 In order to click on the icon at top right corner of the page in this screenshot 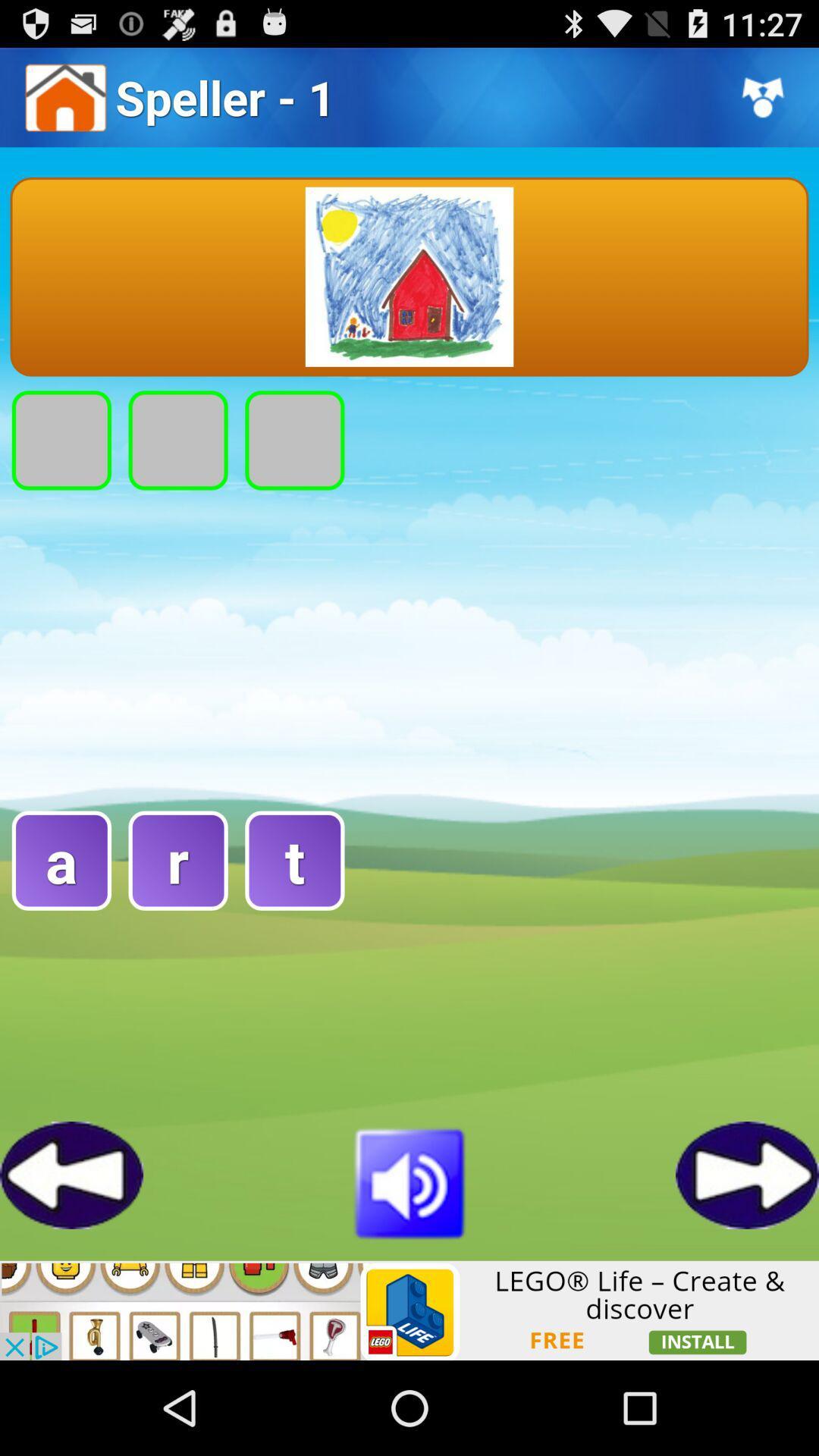, I will do `click(763, 96)`.